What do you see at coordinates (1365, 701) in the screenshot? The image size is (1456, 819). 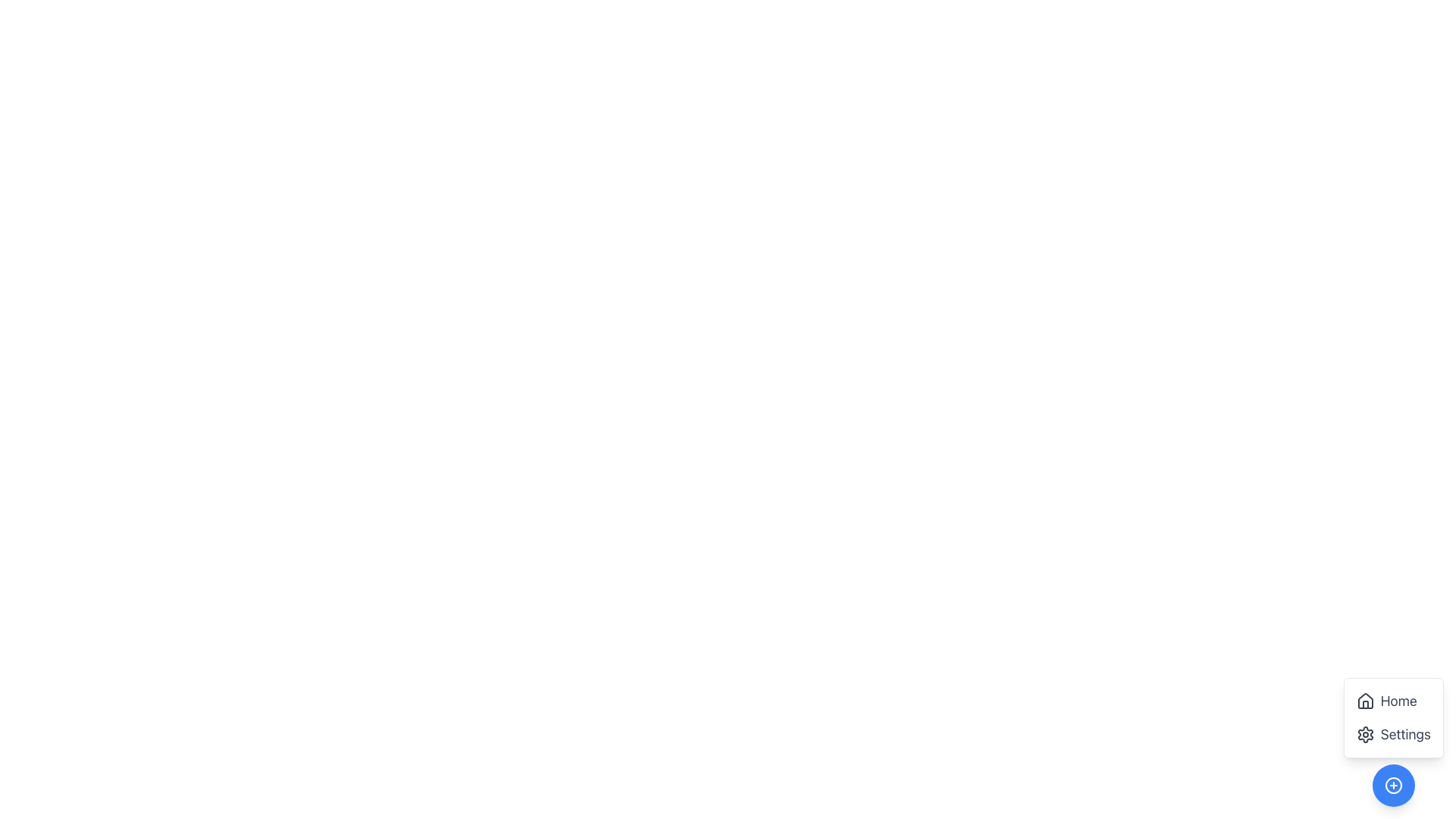 I see `the 'Home' icon located at the bottom-right corner of the interface` at bounding box center [1365, 701].